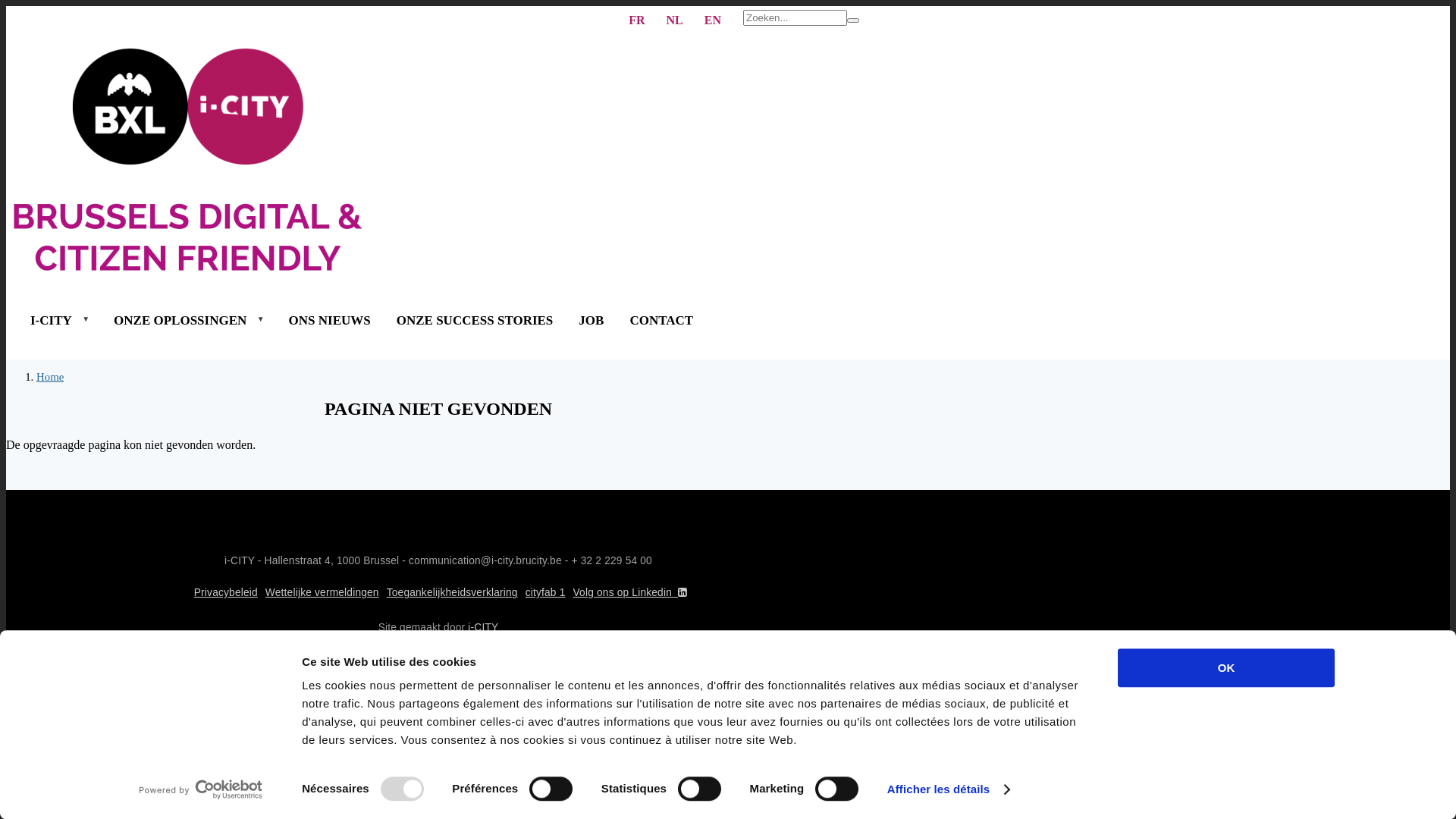 The width and height of the screenshot is (1456, 819). What do you see at coordinates (673, 20) in the screenshot?
I see `'NL'` at bounding box center [673, 20].